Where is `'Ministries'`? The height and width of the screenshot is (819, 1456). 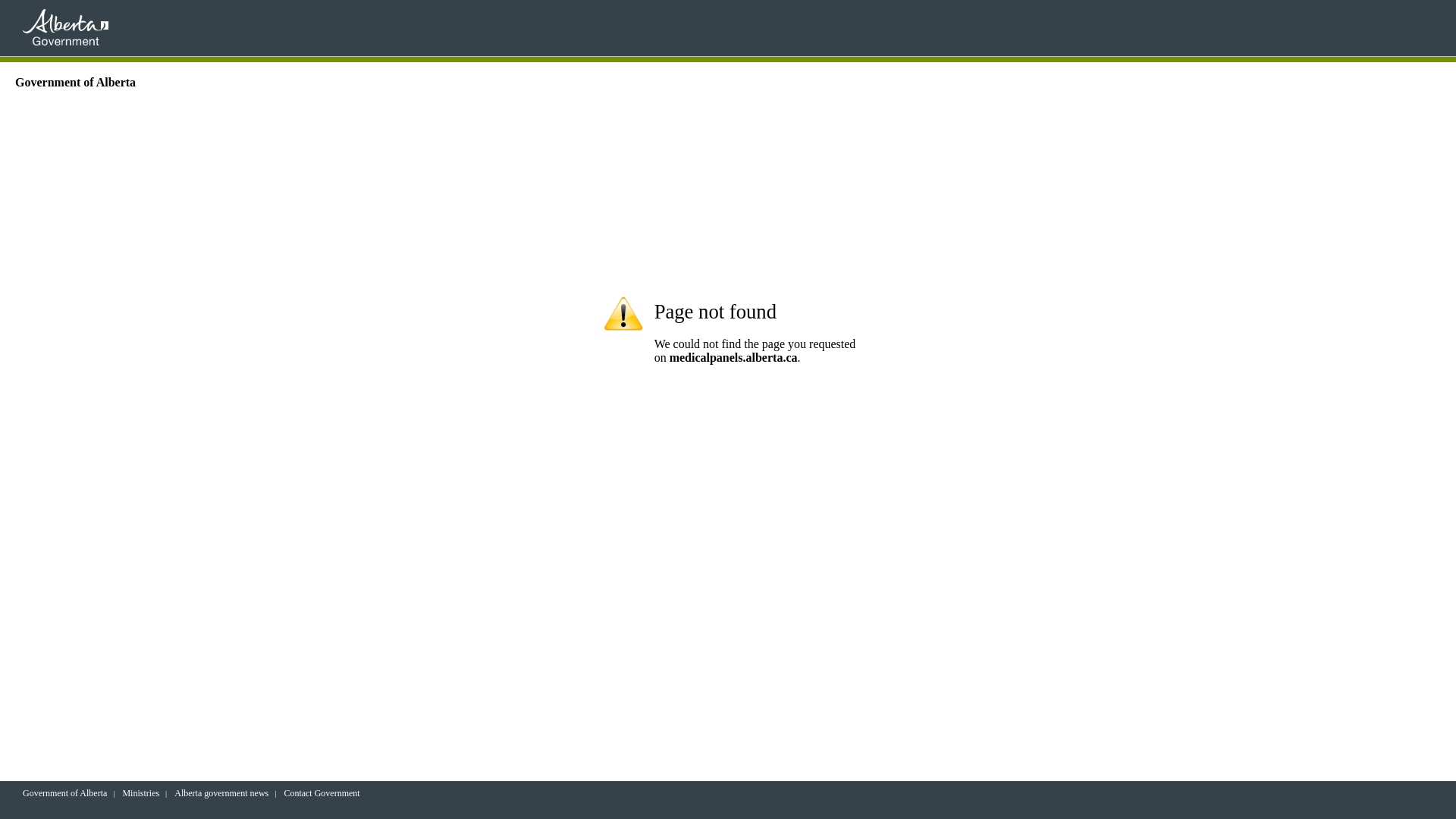
'Ministries' is located at coordinates (140, 792).